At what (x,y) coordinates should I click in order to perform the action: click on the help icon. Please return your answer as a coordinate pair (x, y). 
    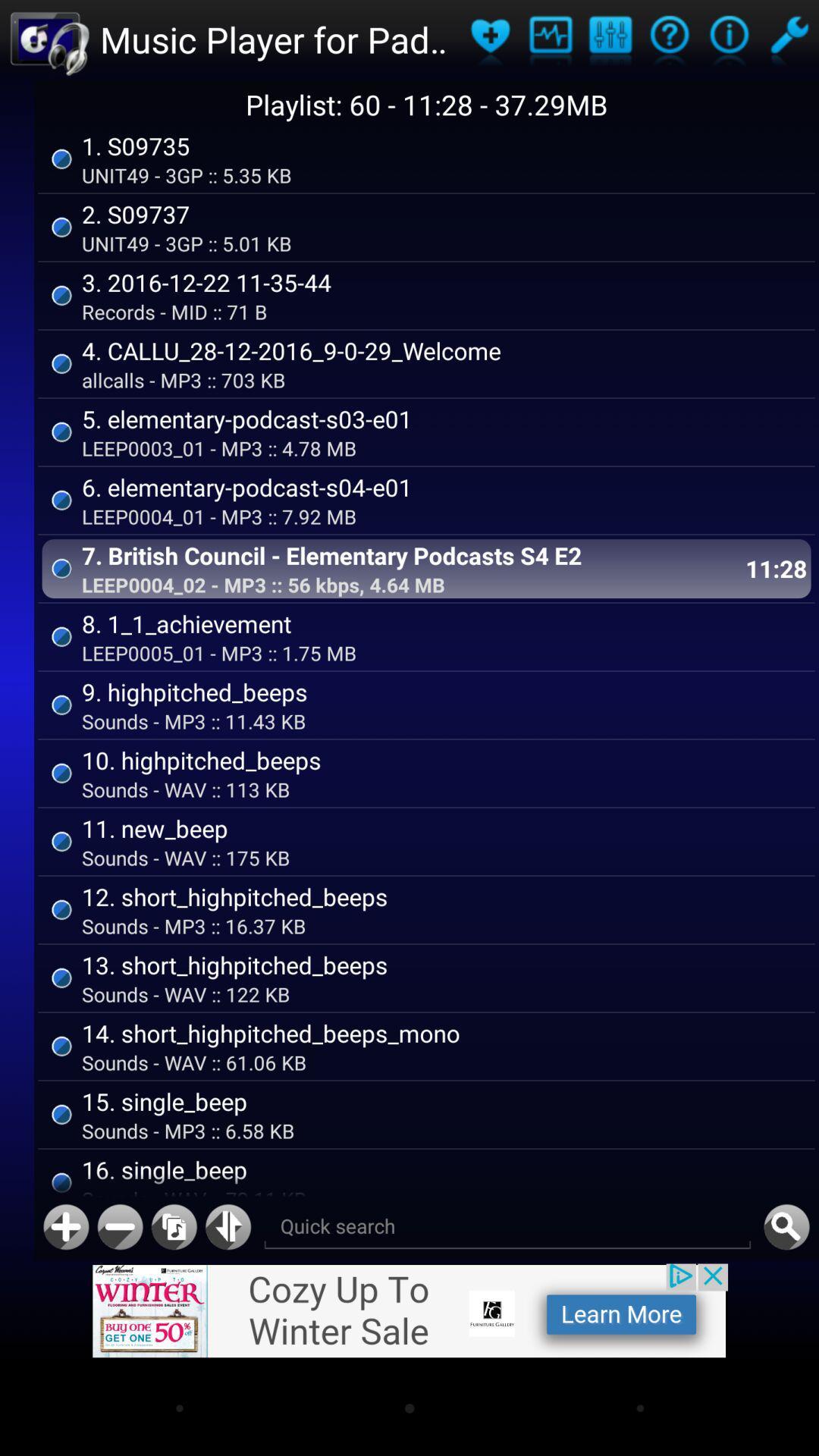
    Looking at the image, I should click on (669, 42).